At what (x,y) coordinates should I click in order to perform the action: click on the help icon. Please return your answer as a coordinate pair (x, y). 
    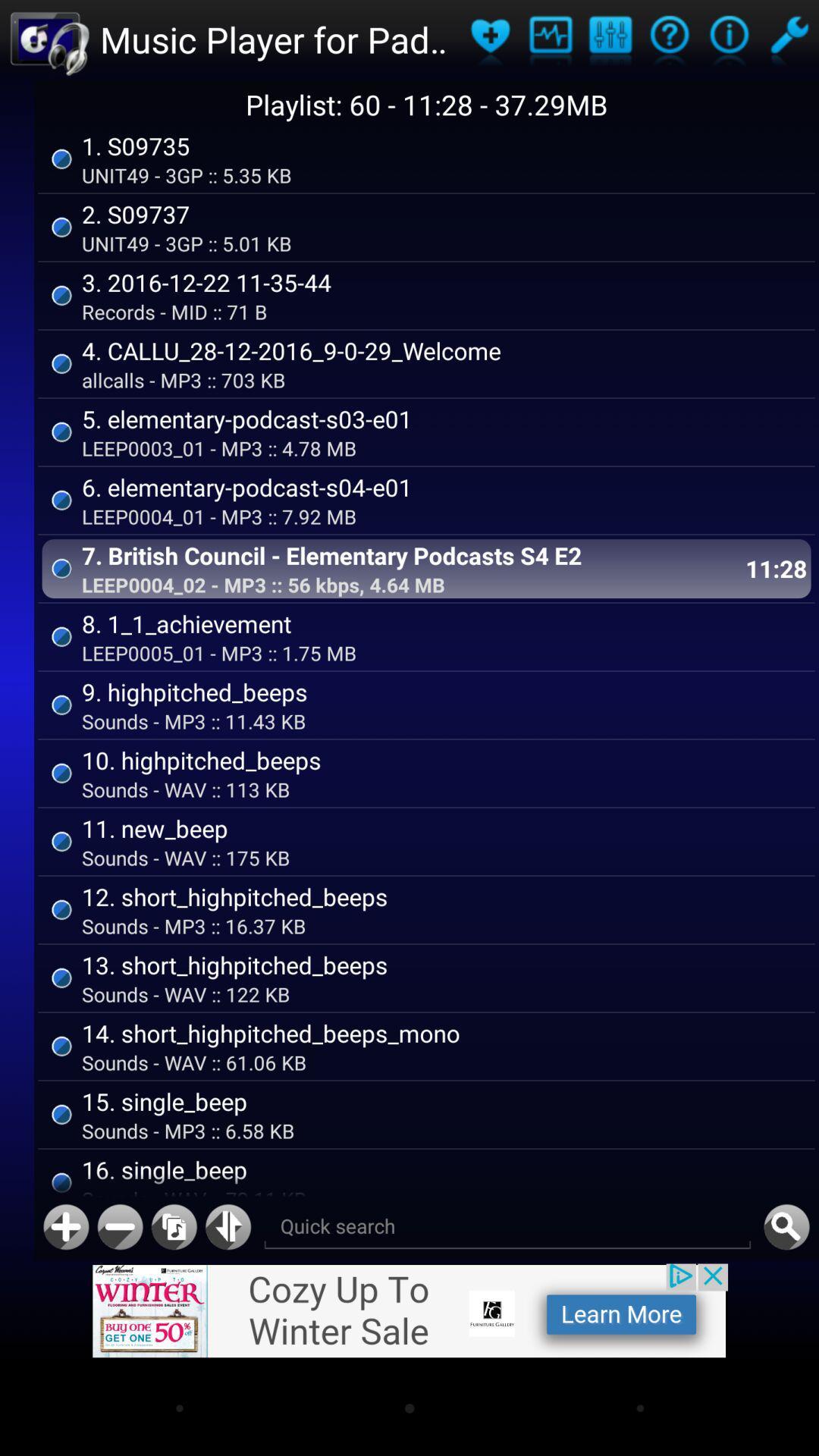
    Looking at the image, I should click on (669, 42).